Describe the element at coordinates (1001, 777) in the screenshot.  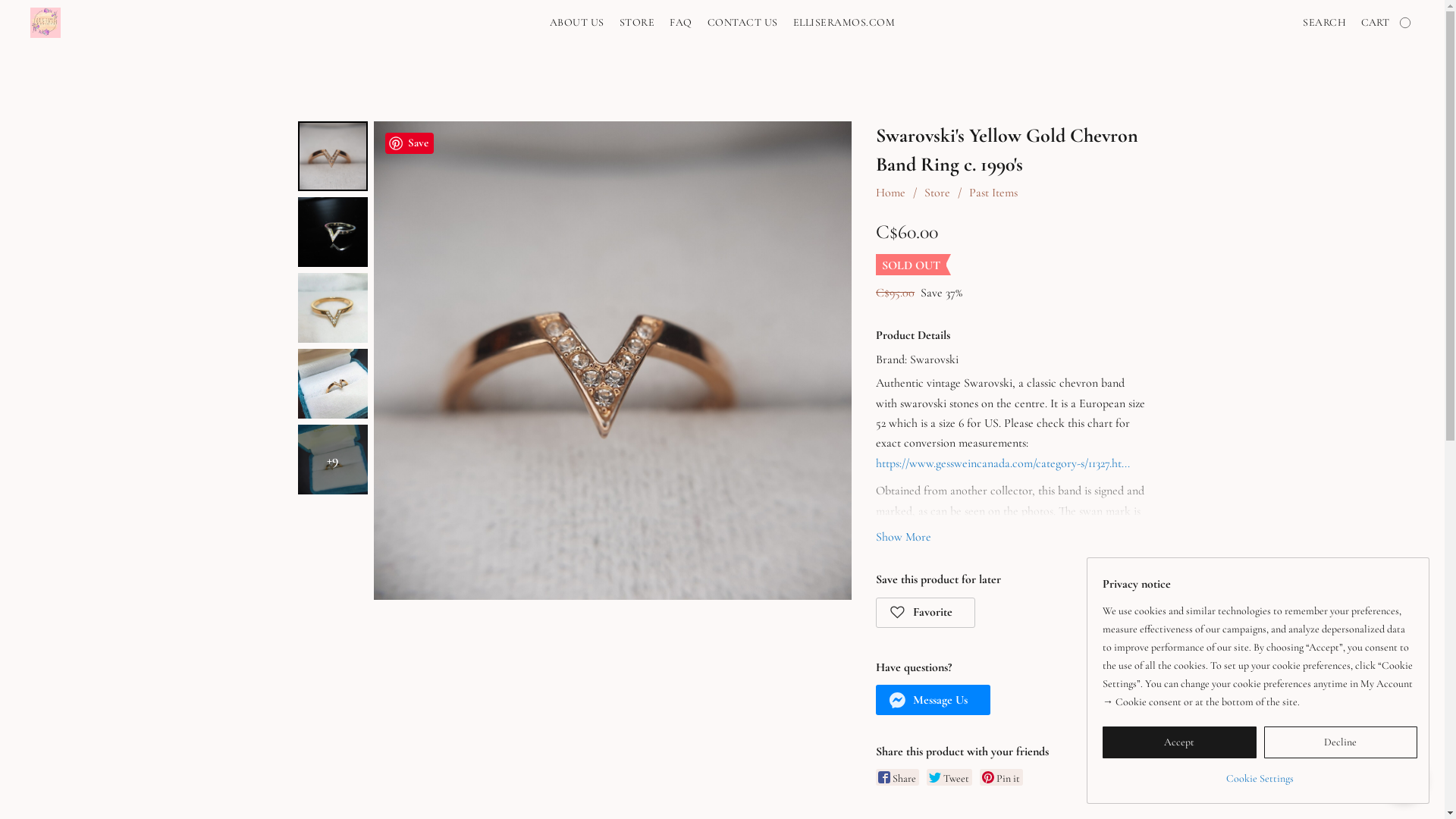
I see `'Pin it'` at that location.